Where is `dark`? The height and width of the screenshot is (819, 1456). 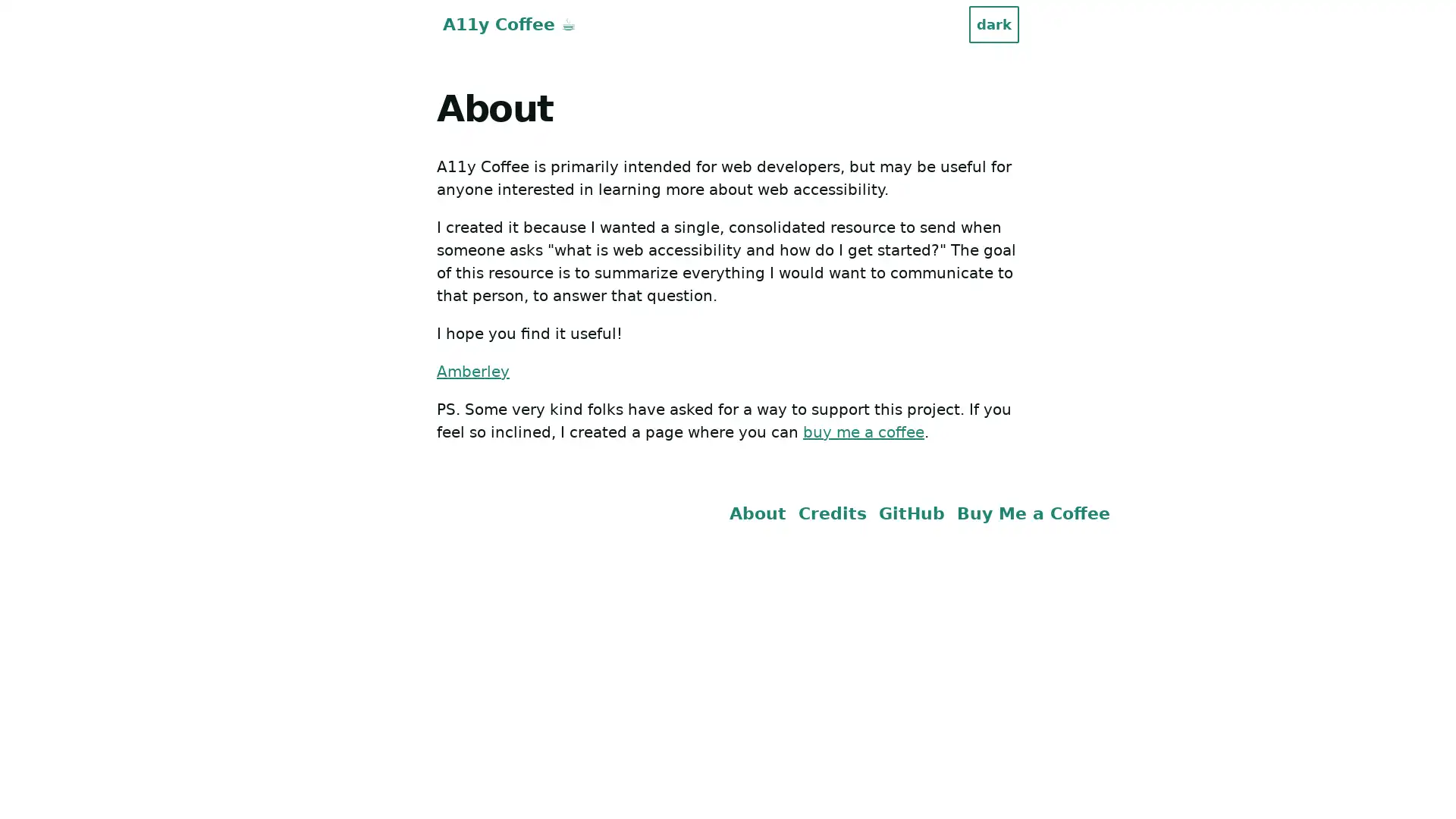 dark is located at coordinates (993, 24).